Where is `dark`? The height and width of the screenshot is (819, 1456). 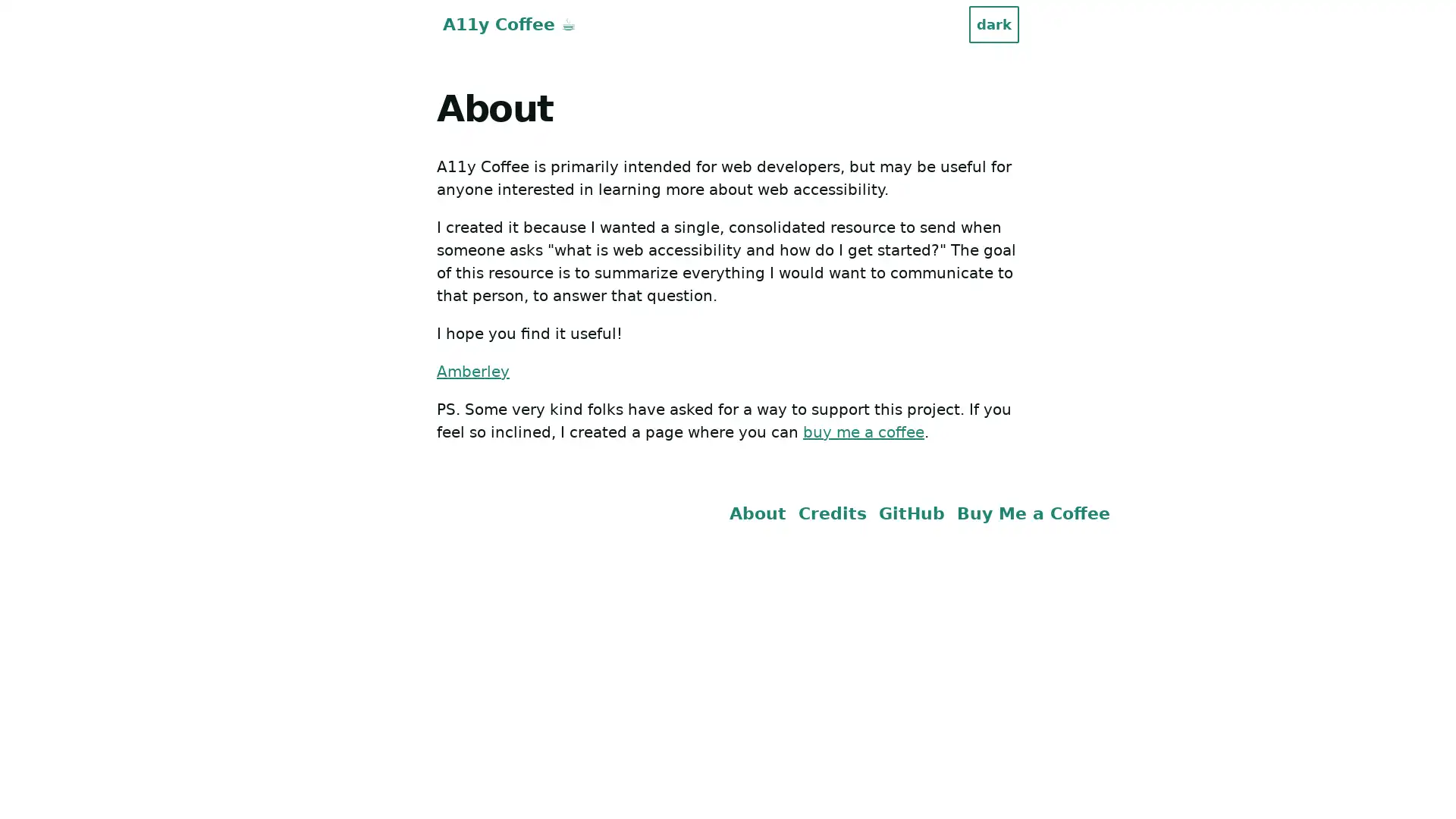 dark is located at coordinates (993, 24).